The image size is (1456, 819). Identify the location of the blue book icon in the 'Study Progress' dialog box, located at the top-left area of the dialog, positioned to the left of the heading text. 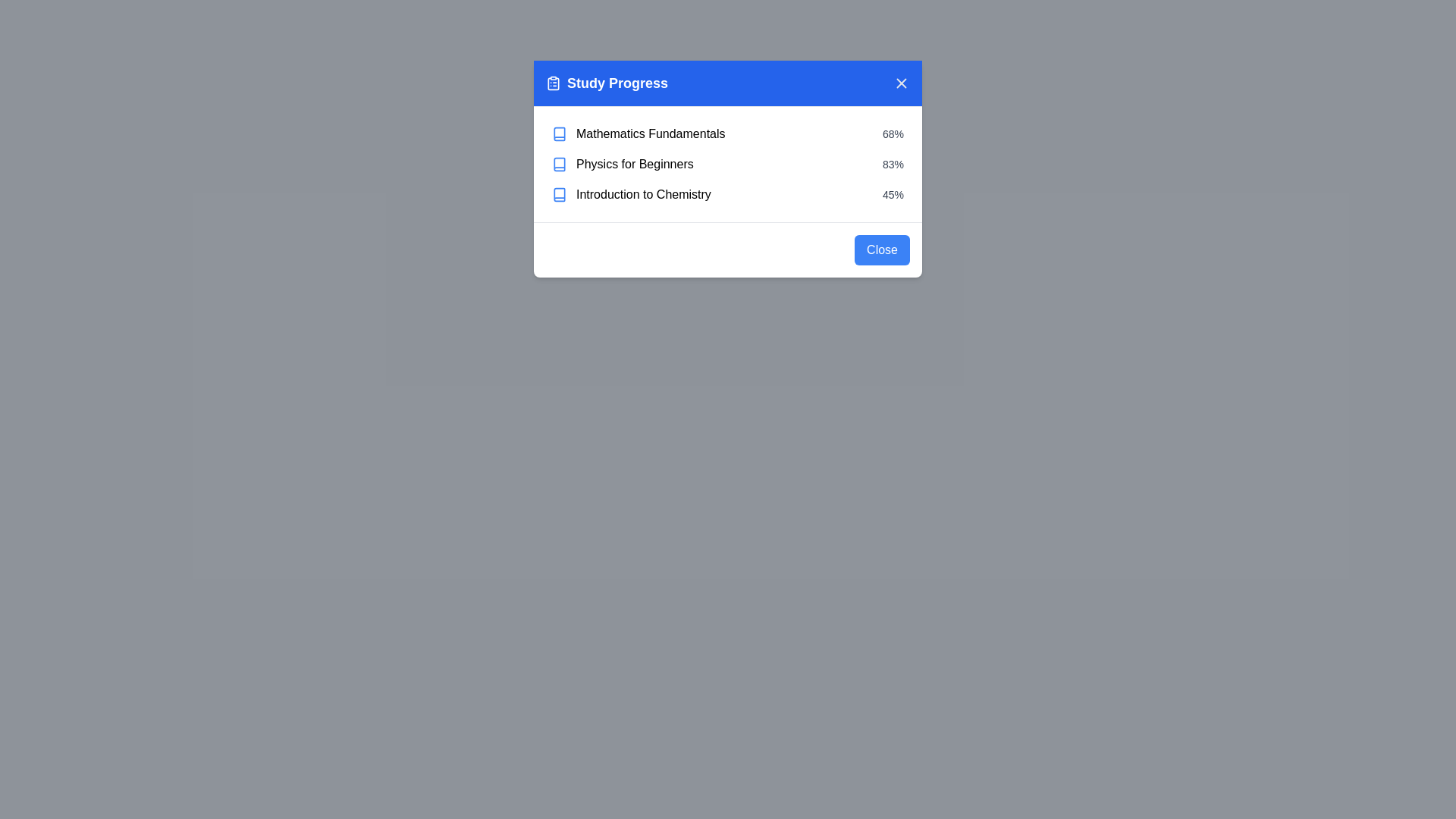
(559, 133).